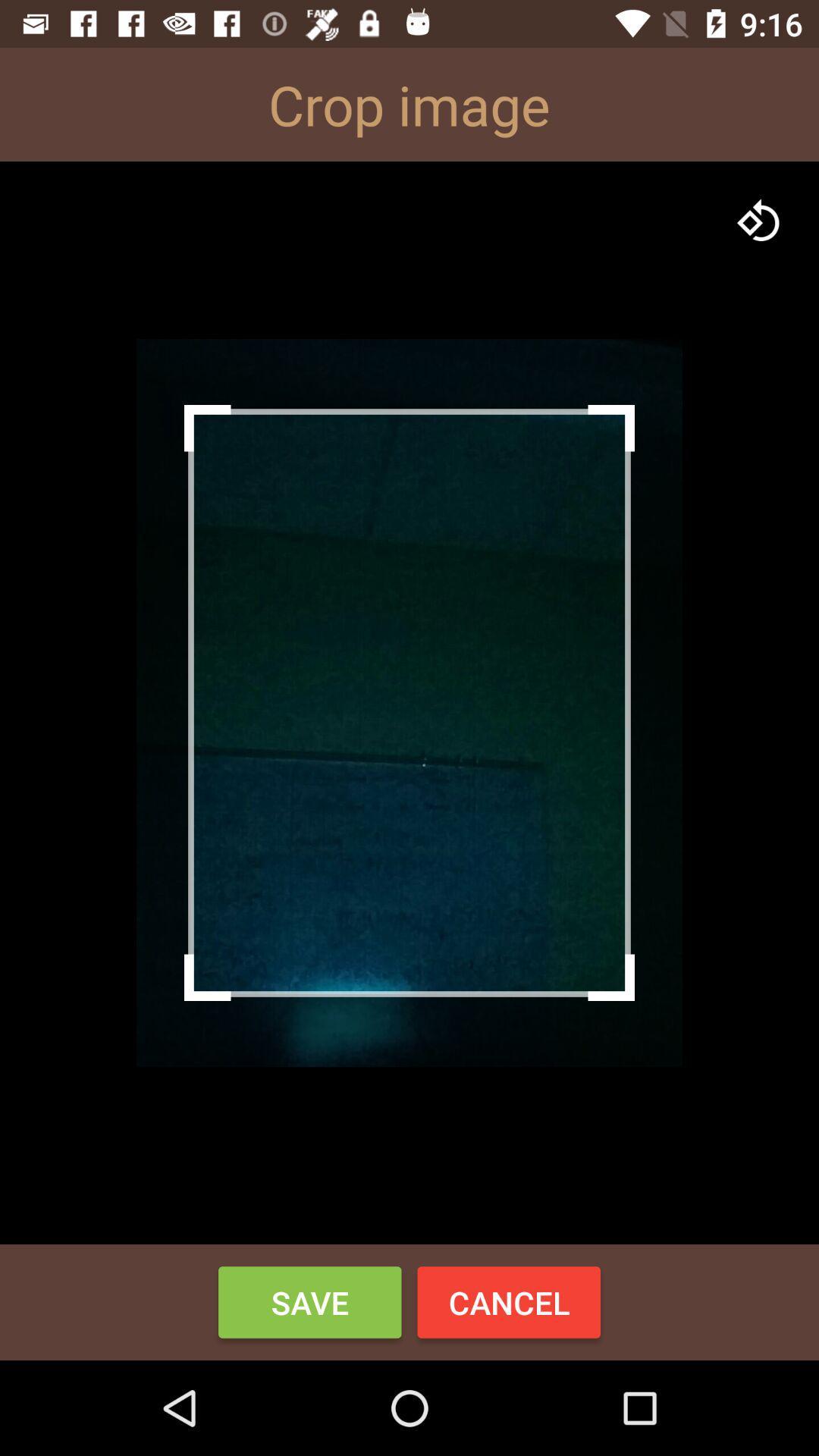 The height and width of the screenshot is (1456, 819). Describe the element at coordinates (509, 1301) in the screenshot. I see `cancel button` at that location.